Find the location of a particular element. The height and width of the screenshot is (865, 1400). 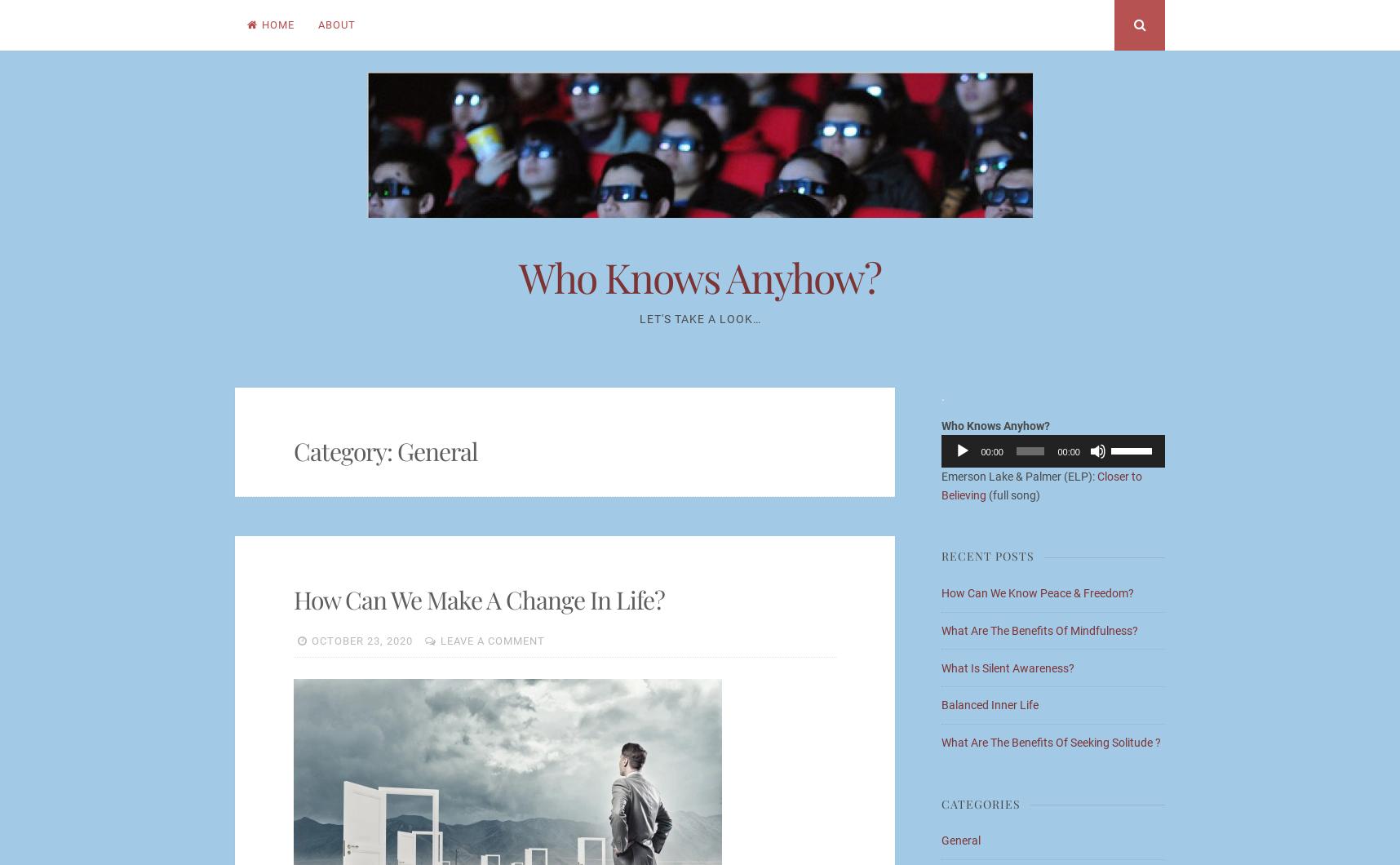

'Categories' is located at coordinates (981, 802).